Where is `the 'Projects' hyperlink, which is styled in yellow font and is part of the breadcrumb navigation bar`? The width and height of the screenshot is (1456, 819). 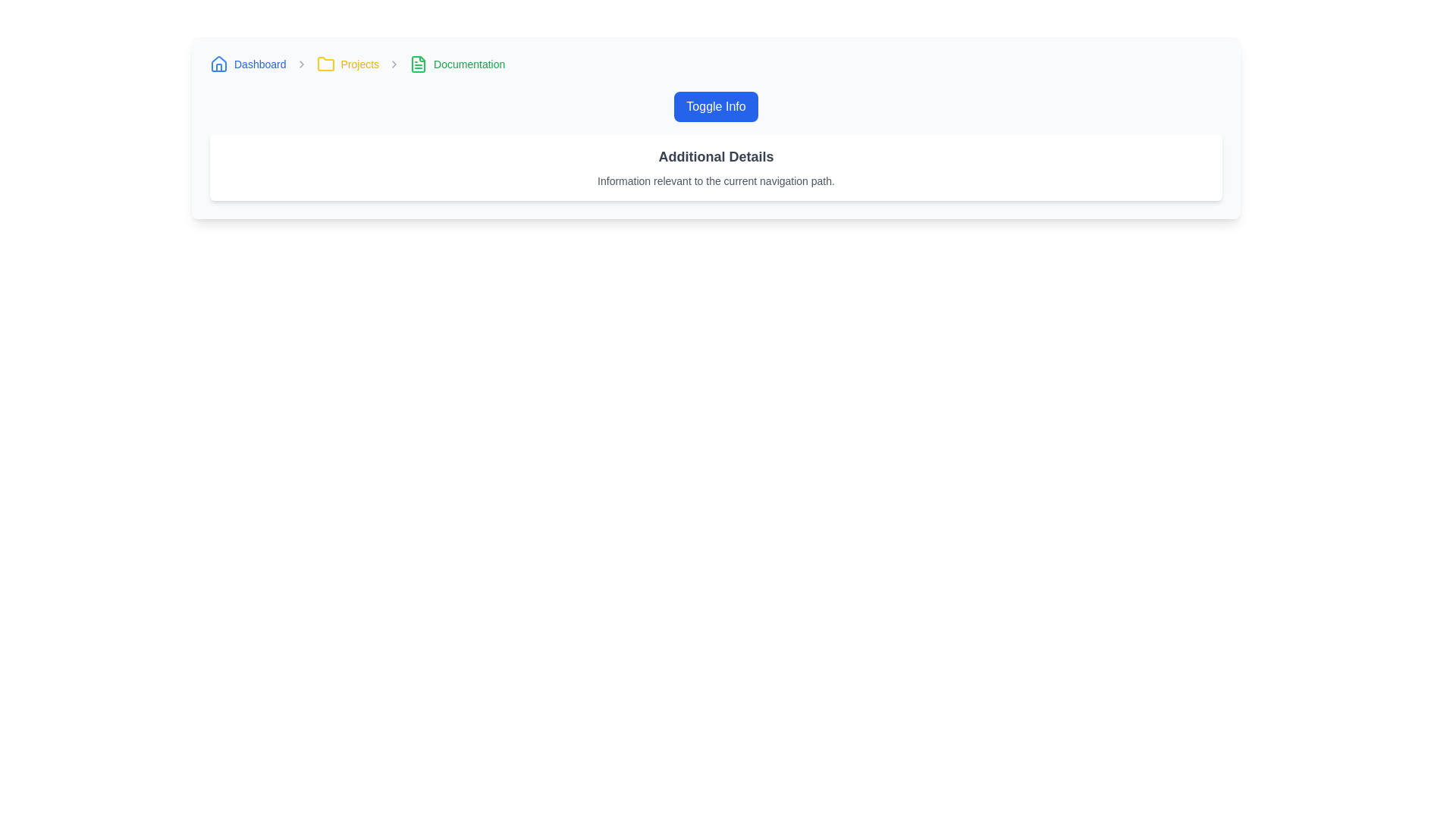
the 'Projects' hyperlink, which is styled in yellow font and is part of the breadcrumb navigation bar is located at coordinates (359, 63).